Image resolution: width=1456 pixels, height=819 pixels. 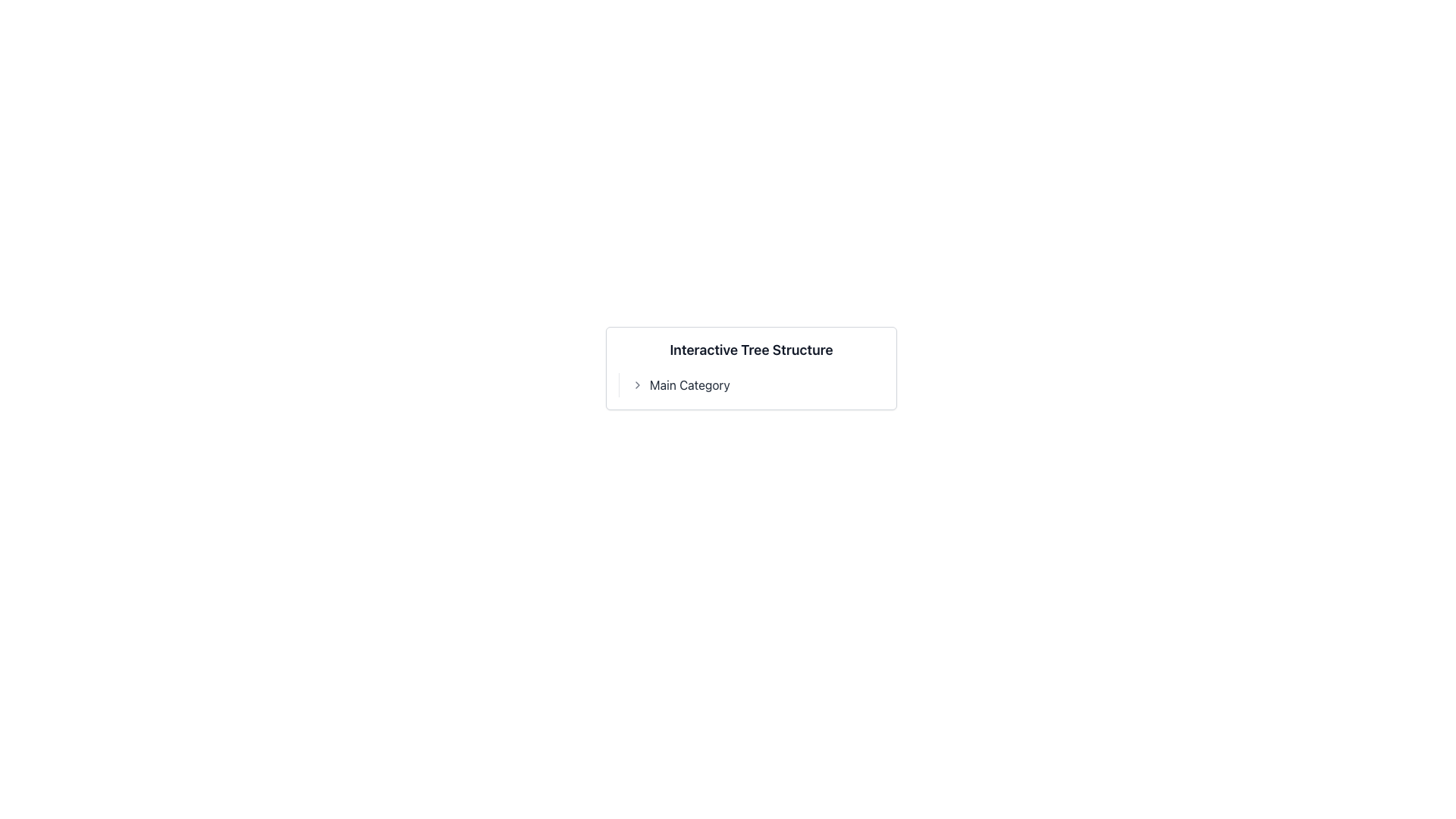 I want to click on the chevron icon positioned to the left of the text 'Main Category', which is styled with a muted gray color and points to the right, so click(x=637, y=384).